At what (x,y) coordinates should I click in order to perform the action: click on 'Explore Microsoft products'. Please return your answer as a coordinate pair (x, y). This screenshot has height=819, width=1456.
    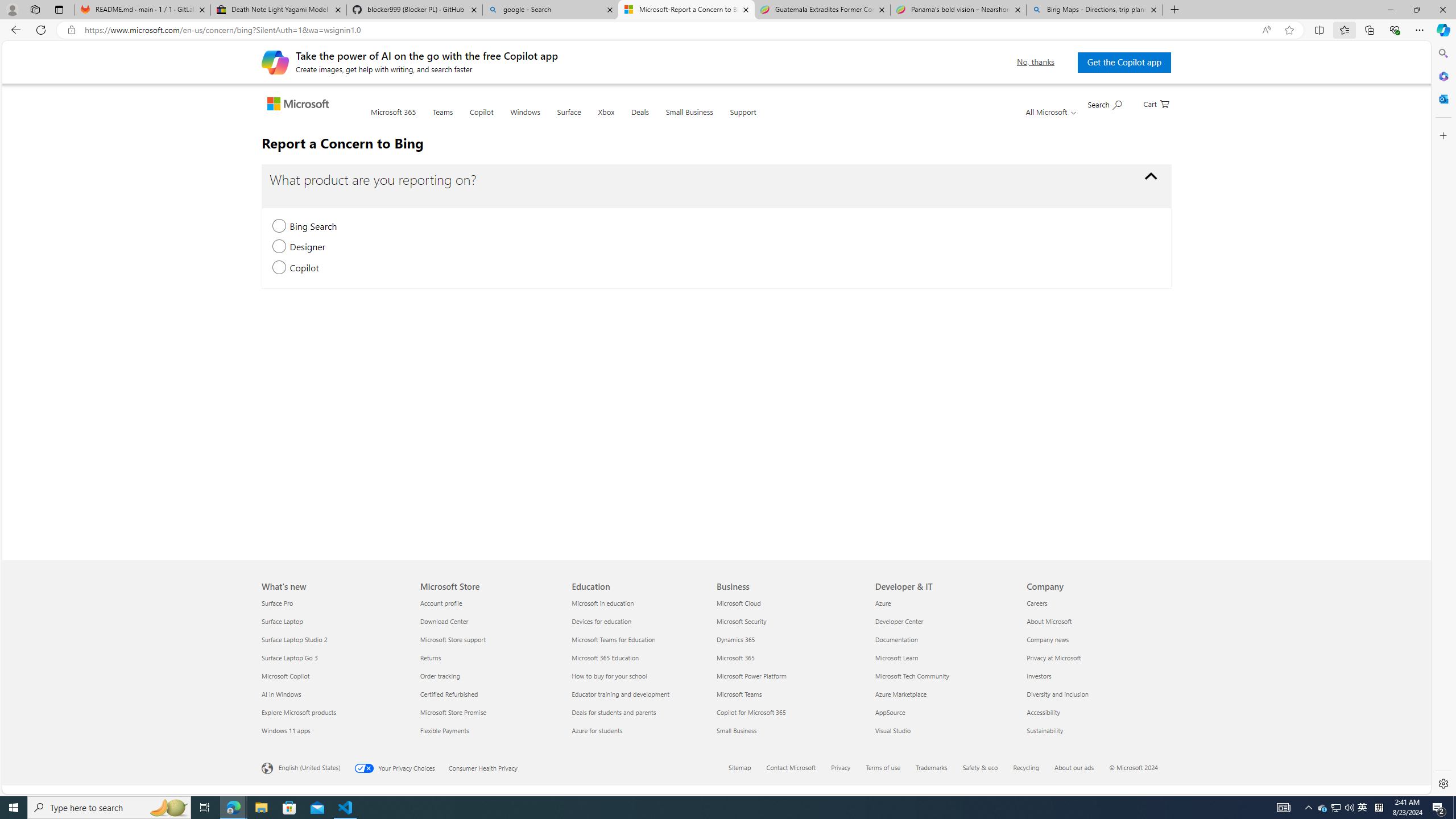
    Looking at the image, I should click on (334, 712).